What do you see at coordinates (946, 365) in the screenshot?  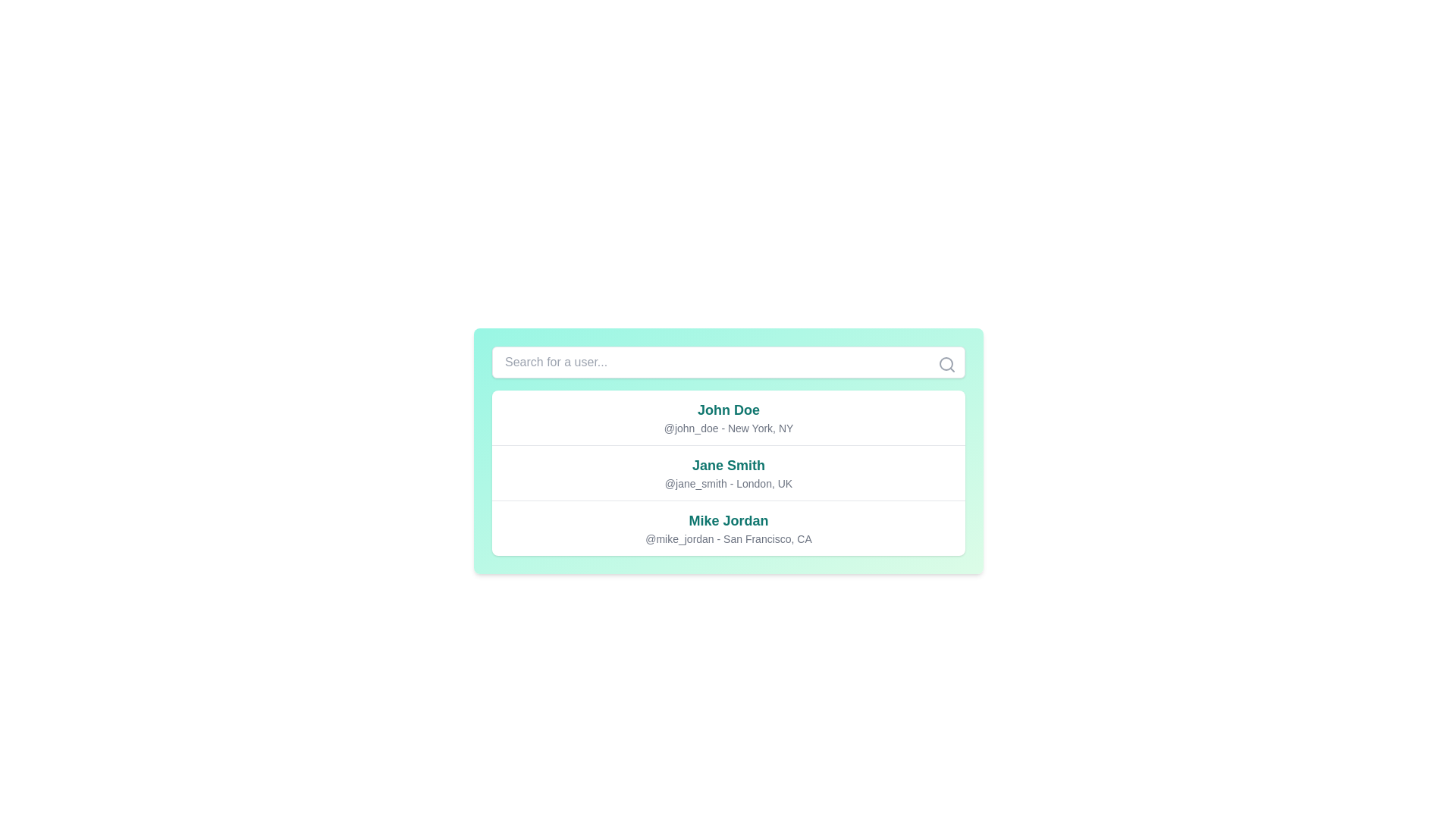 I see `the search icon located at the top right corner of the search bar, which visually indicates the search function for users to input text` at bounding box center [946, 365].